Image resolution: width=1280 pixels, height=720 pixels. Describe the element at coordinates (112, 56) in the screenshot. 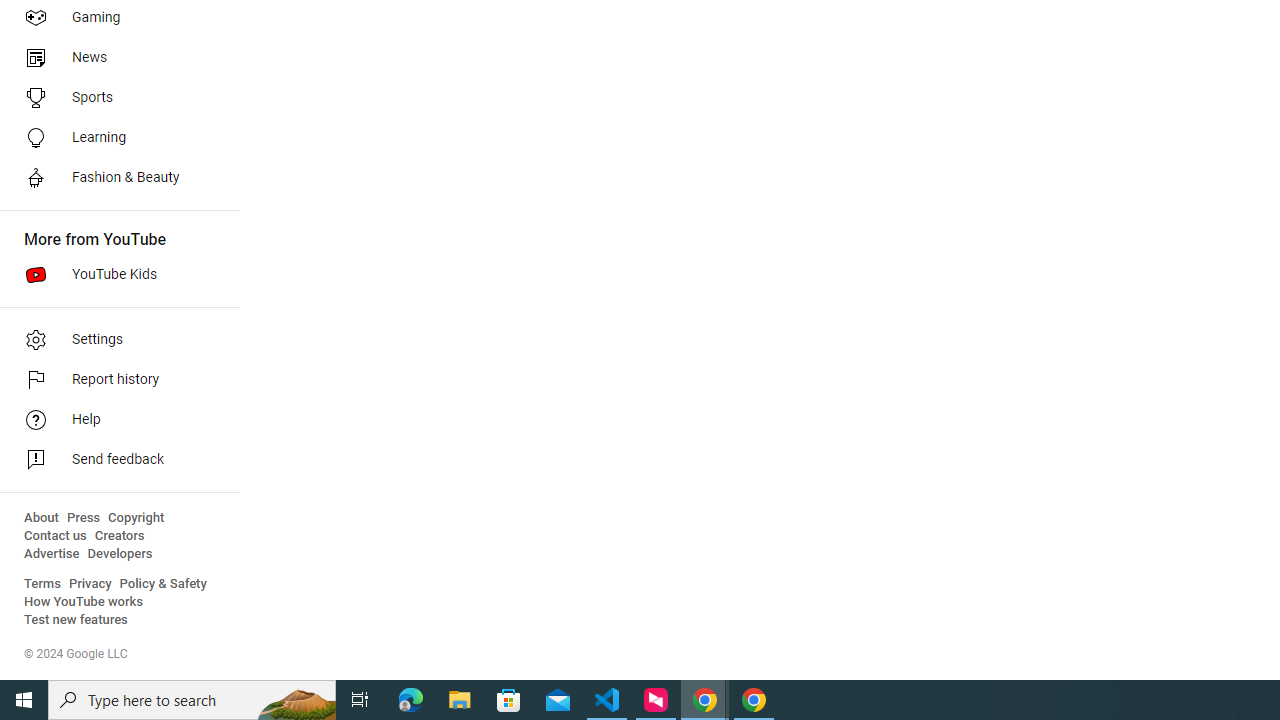

I see `'News'` at that location.